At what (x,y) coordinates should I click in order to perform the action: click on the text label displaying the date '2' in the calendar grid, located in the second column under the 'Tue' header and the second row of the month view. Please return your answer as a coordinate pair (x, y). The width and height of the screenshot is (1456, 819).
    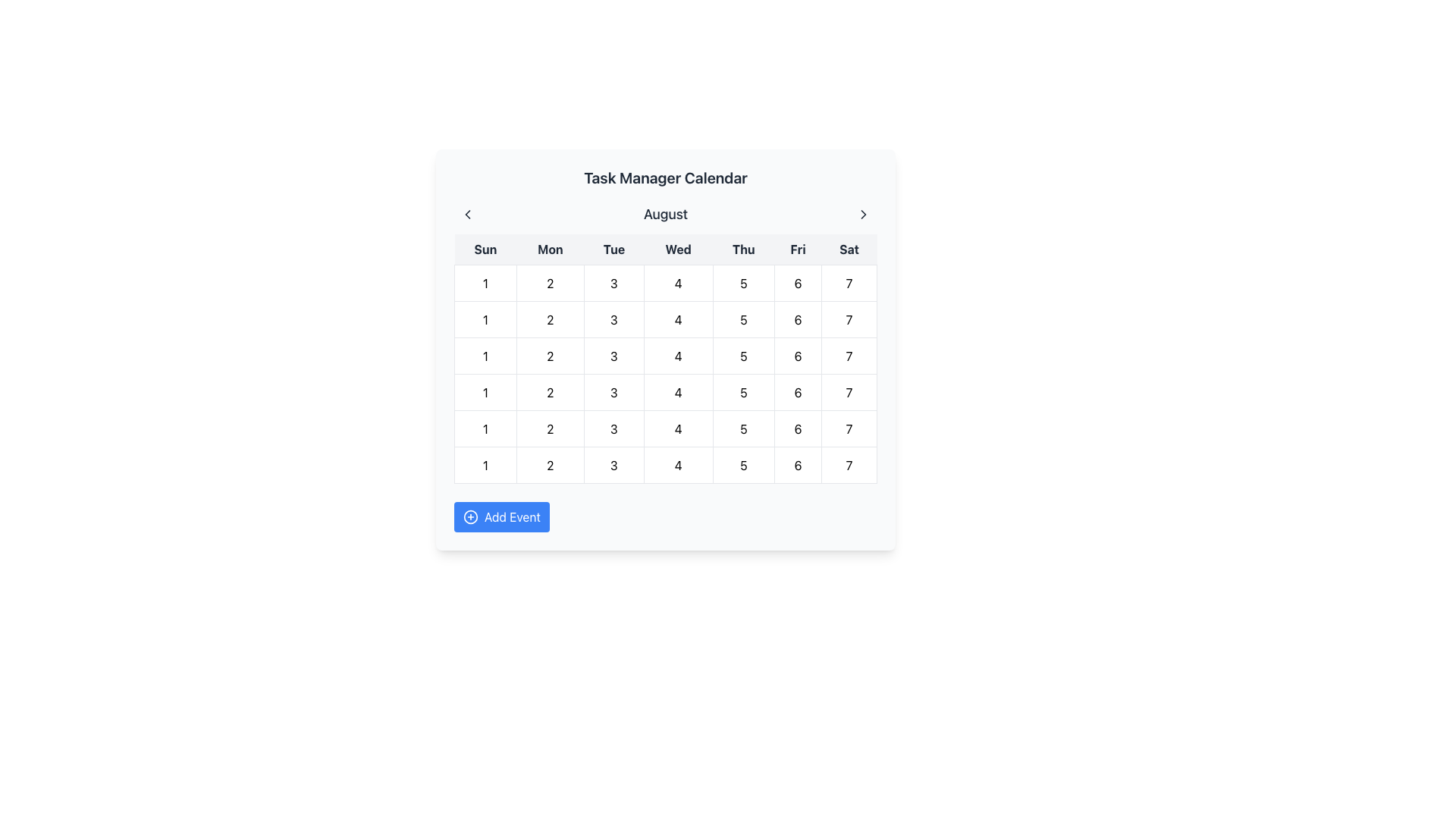
    Looking at the image, I should click on (549, 391).